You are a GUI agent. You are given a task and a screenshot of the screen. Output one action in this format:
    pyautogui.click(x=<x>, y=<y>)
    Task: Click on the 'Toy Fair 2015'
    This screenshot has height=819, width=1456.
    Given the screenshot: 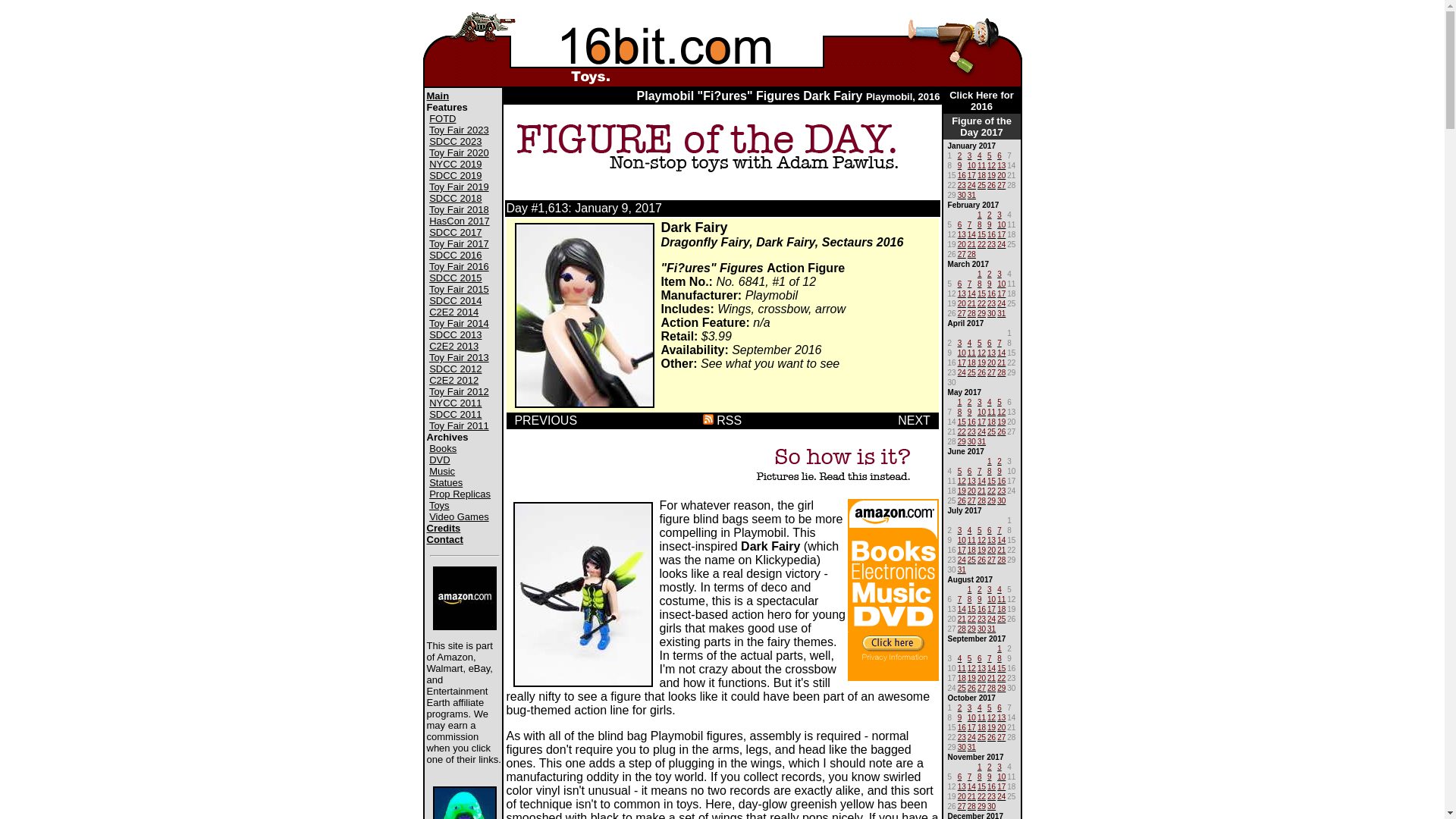 What is the action you would take?
    pyautogui.click(x=458, y=289)
    